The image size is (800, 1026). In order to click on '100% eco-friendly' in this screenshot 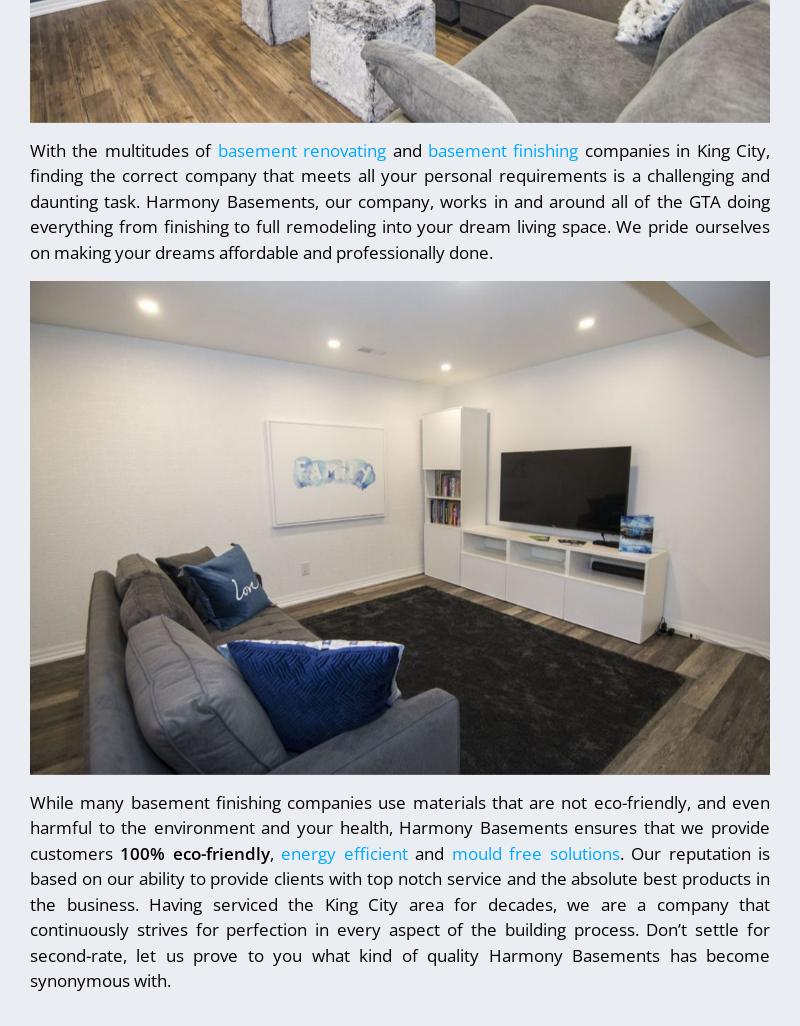, I will do `click(193, 852)`.